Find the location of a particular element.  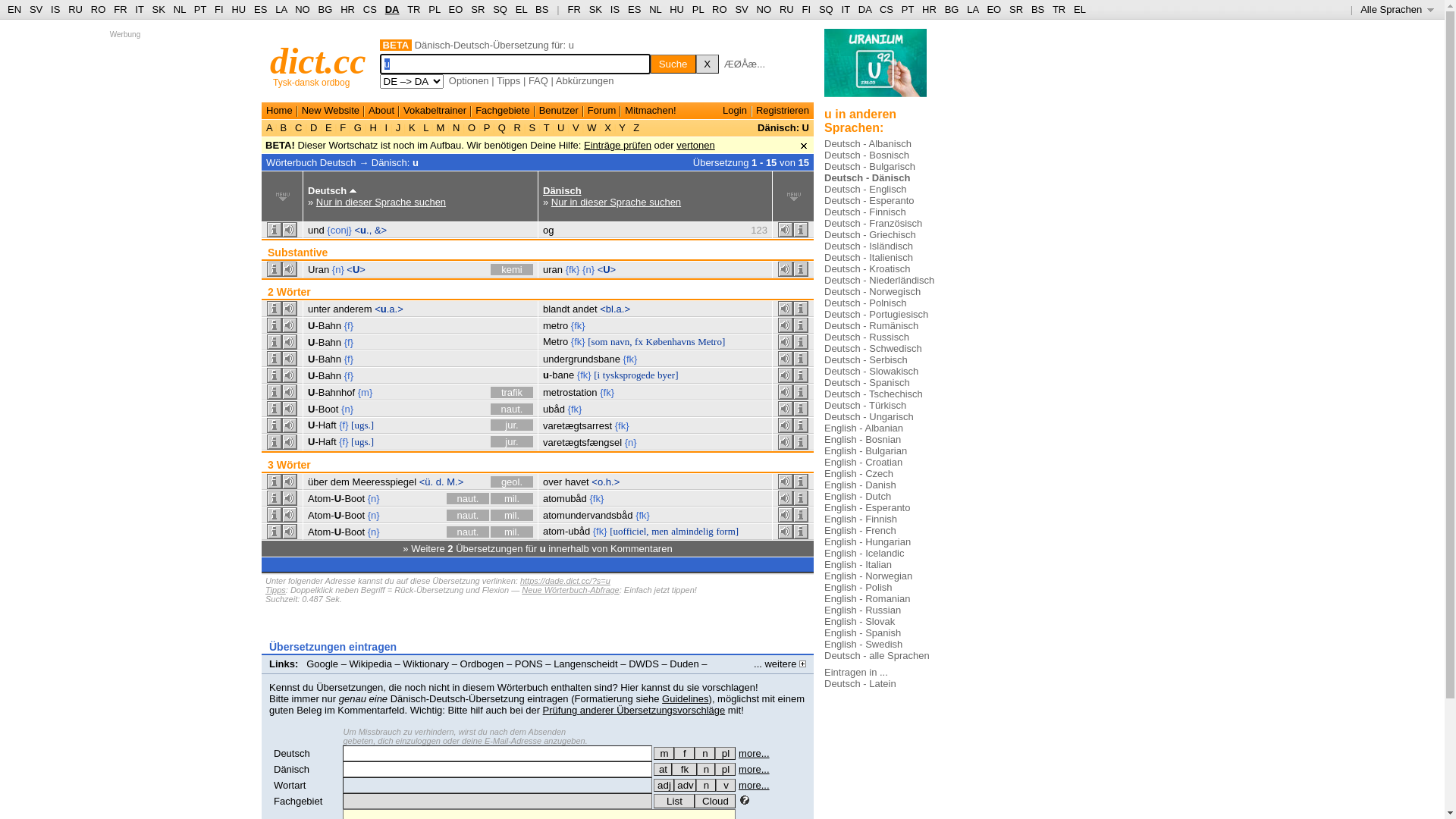

'Q' is located at coordinates (501, 127).